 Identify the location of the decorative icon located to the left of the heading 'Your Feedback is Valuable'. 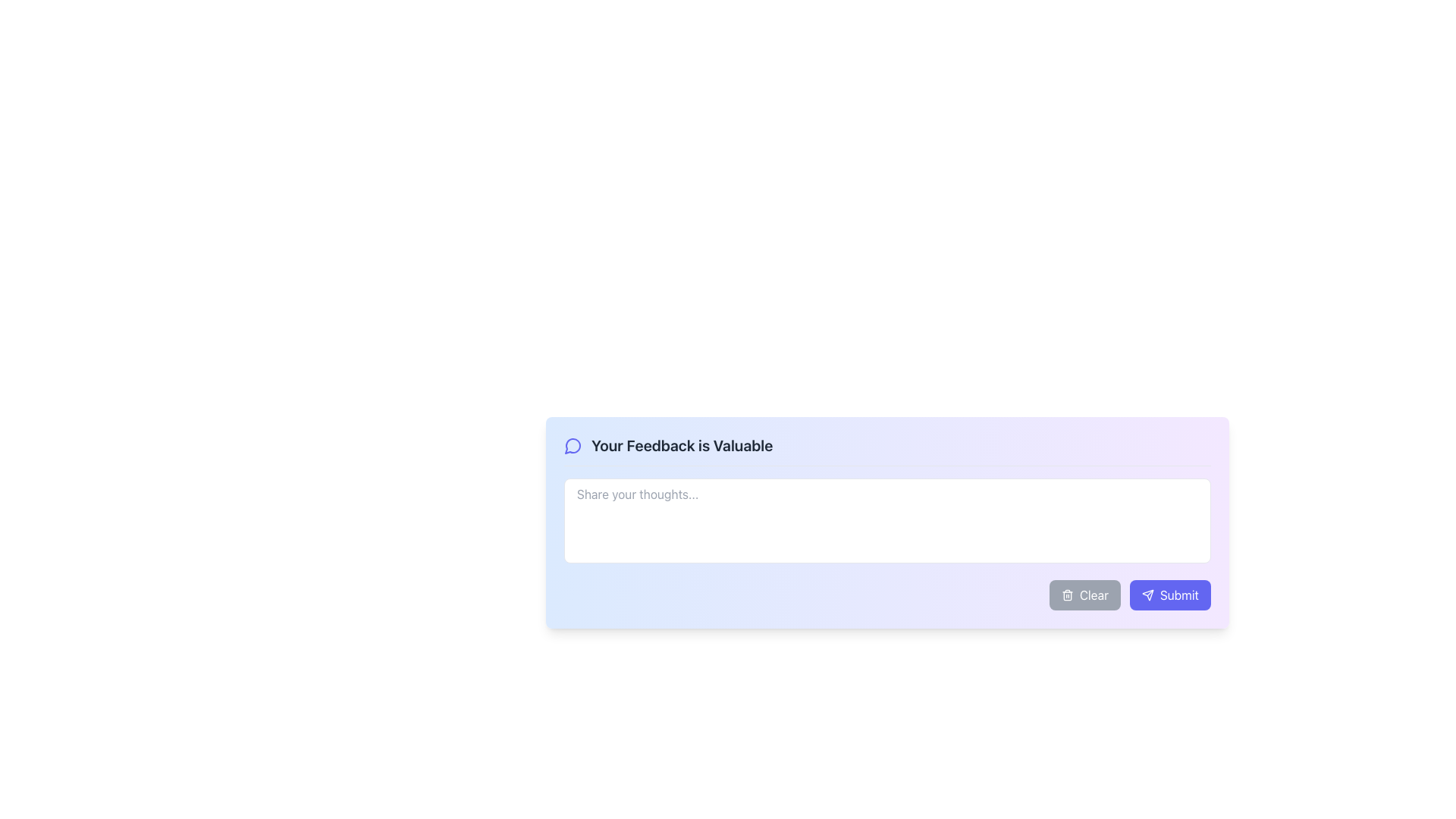
(572, 444).